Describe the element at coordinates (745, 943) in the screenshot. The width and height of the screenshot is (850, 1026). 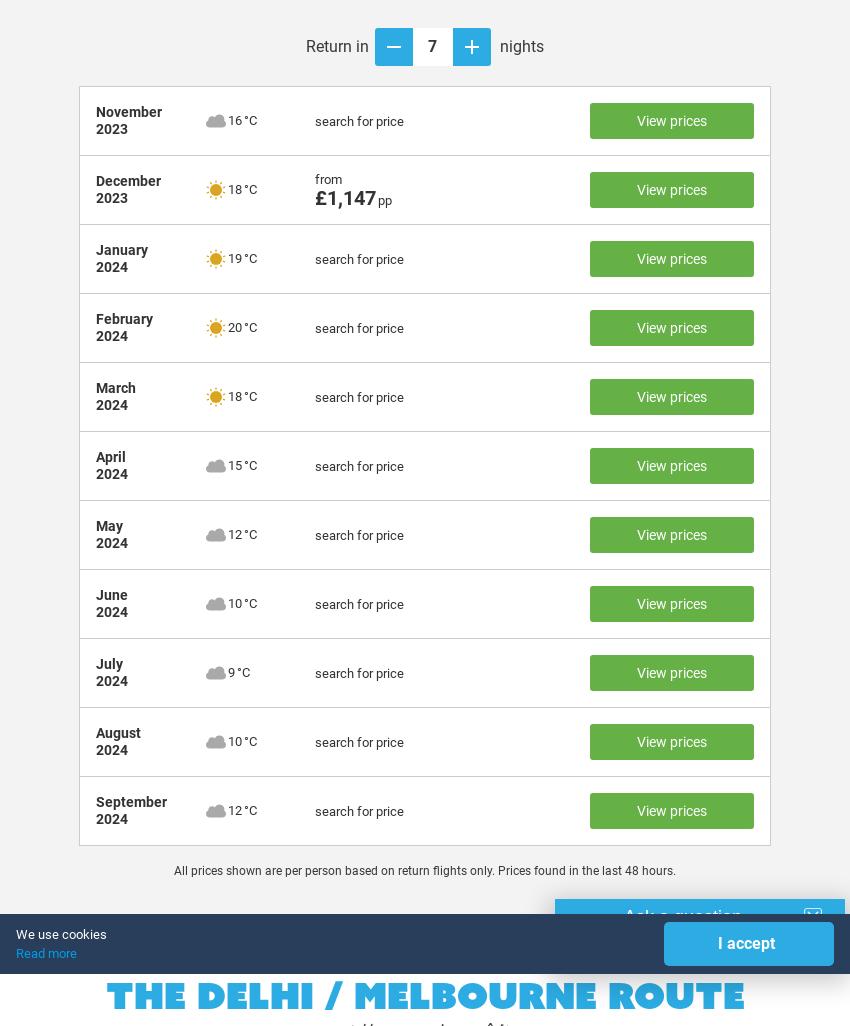
I see `'I accept'` at that location.